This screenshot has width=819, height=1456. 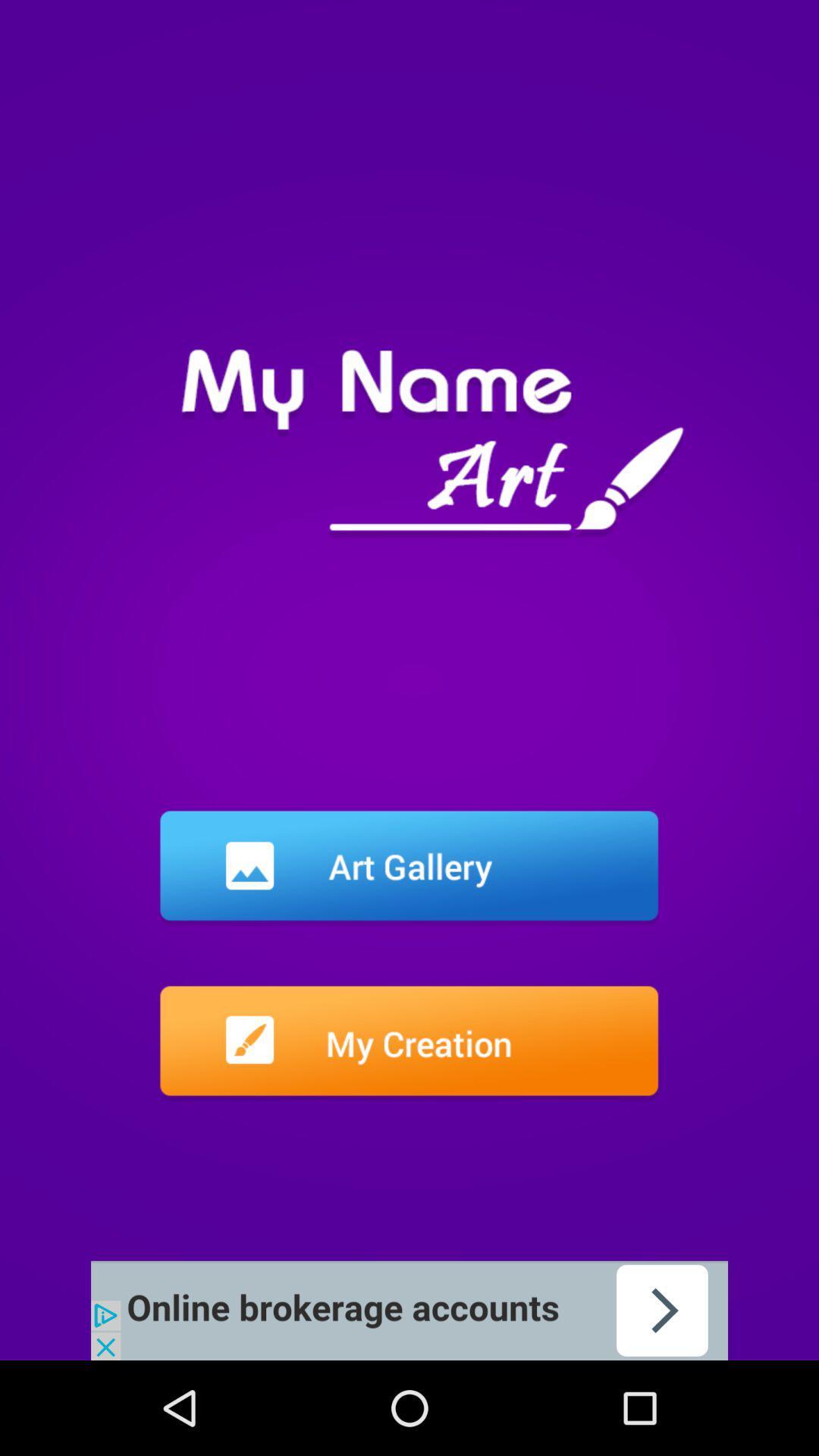 I want to click on my creation, so click(x=408, y=1043).